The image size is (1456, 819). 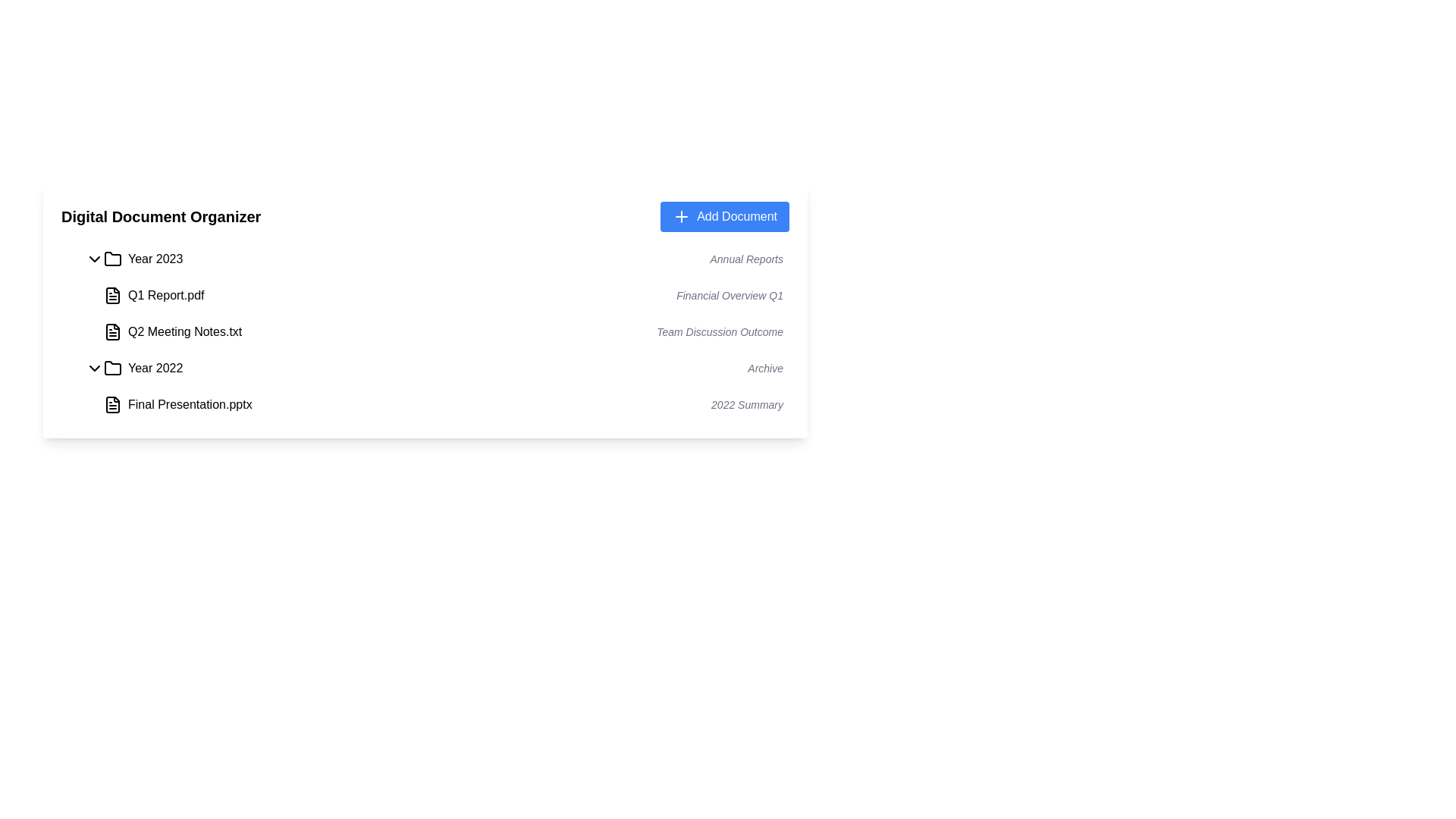 What do you see at coordinates (443, 403) in the screenshot?
I see `the first file entry listed under the 'Year 2022' section` at bounding box center [443, 403].